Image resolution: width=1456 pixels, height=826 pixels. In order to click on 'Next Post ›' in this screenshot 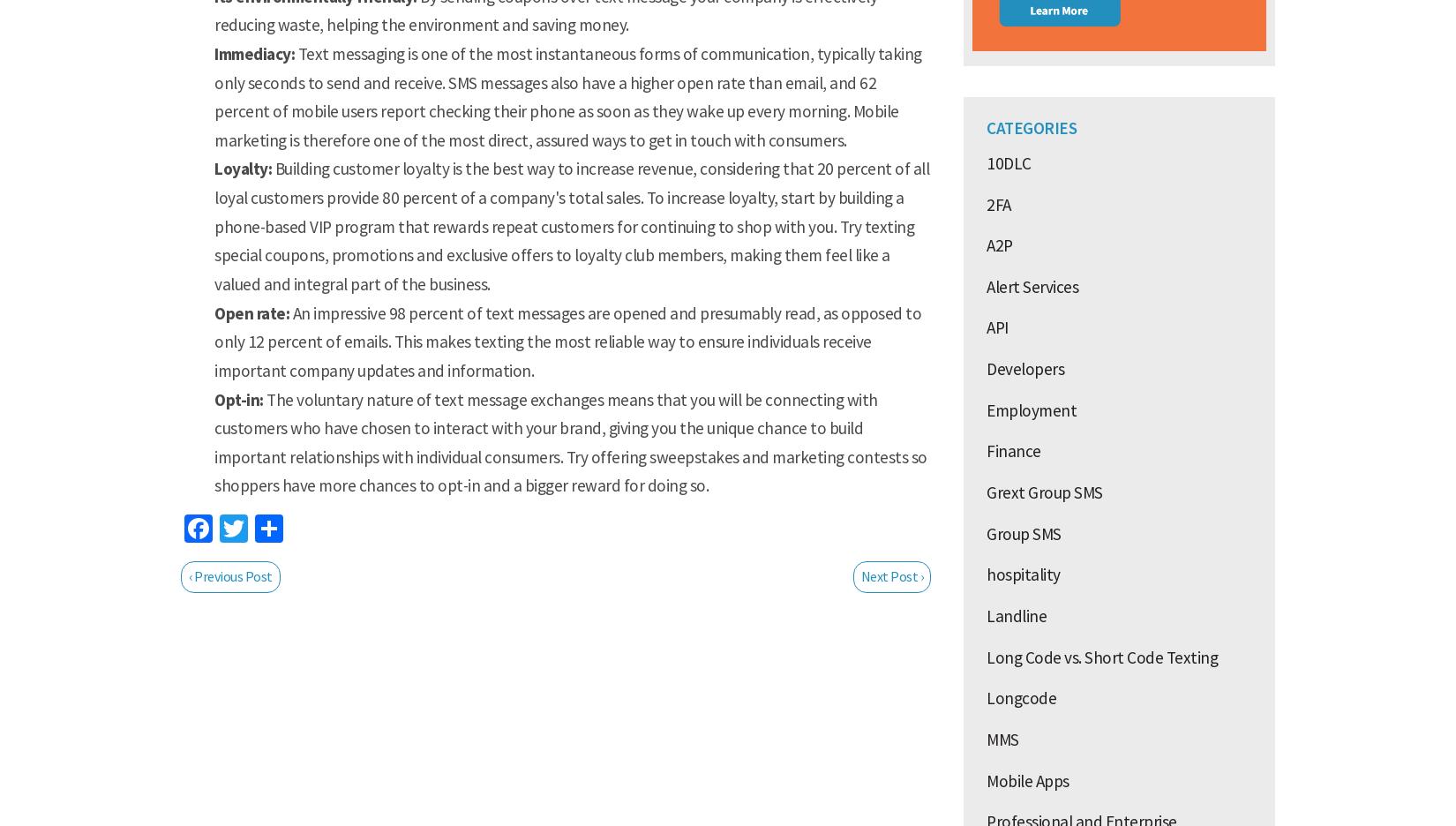, I will do `click(891, 574)`.